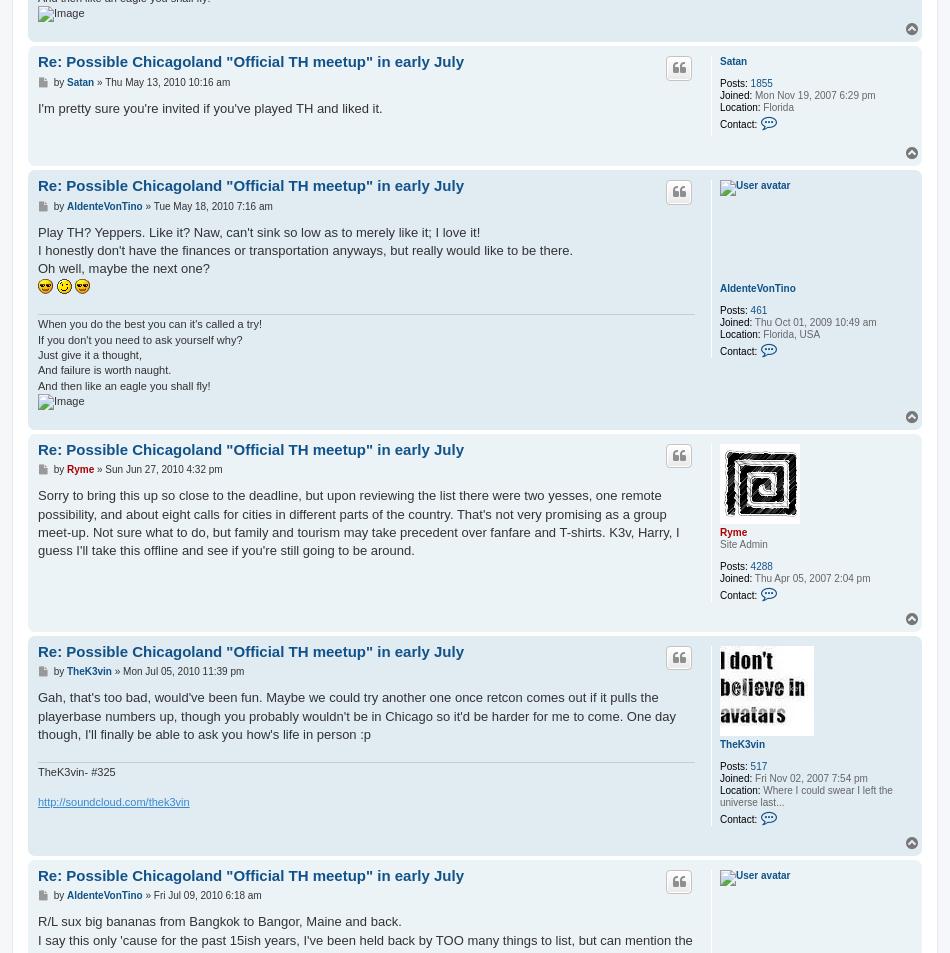 Image resolution: width=950 pixels, height=953 pixels. What do you see at coordinates (751, 321) in the screenshot?
I see `'Thu Oct 01, 2009 10:49 am'` at bounding box center [751, 321].